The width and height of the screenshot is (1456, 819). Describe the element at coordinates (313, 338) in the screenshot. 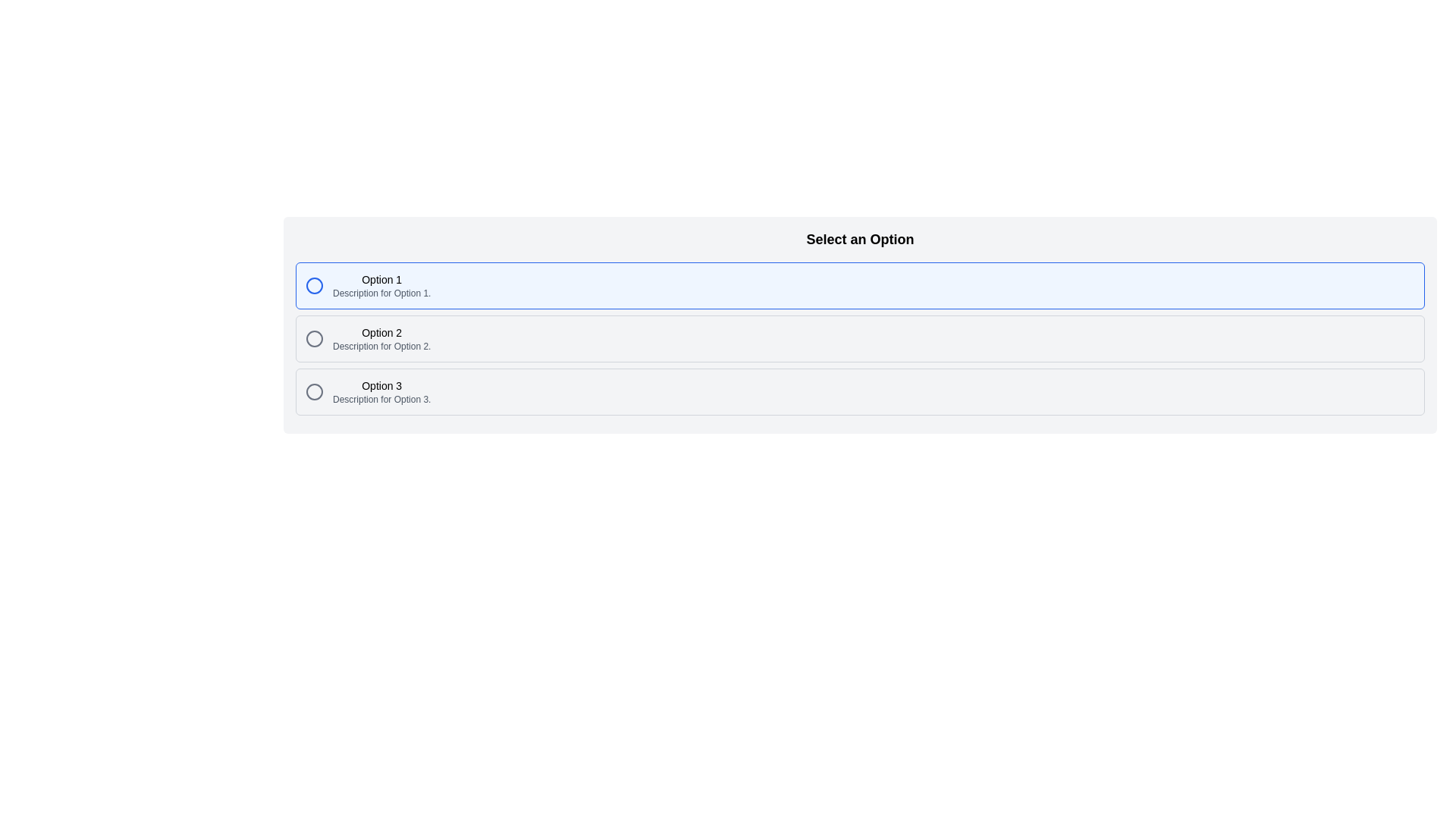

I see `the circular SVG graphic element associated with 'Option 2' in the interface` at that location.